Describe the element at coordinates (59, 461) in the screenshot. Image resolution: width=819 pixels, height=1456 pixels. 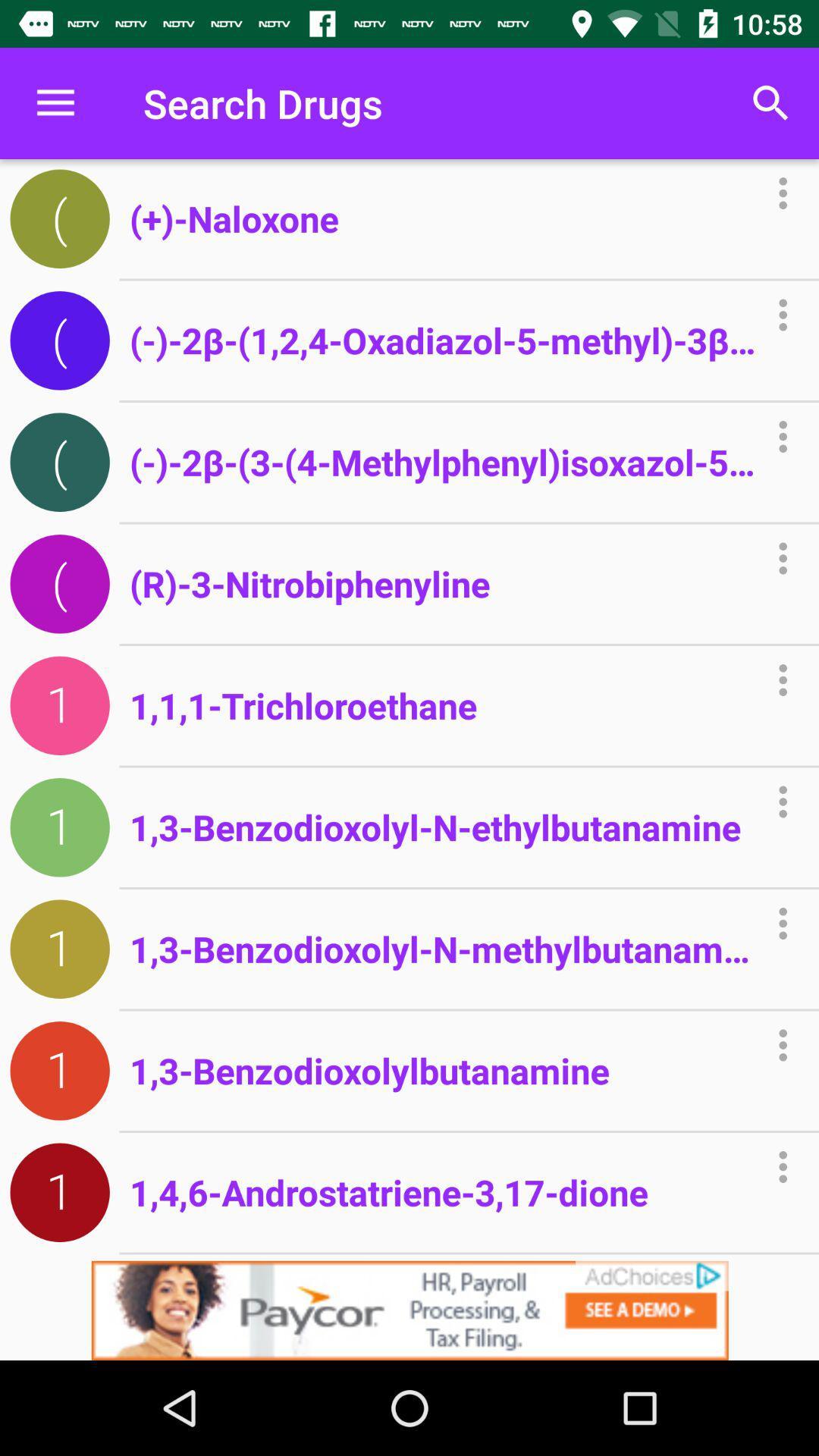
I see `the third icon below the menu` at that location.